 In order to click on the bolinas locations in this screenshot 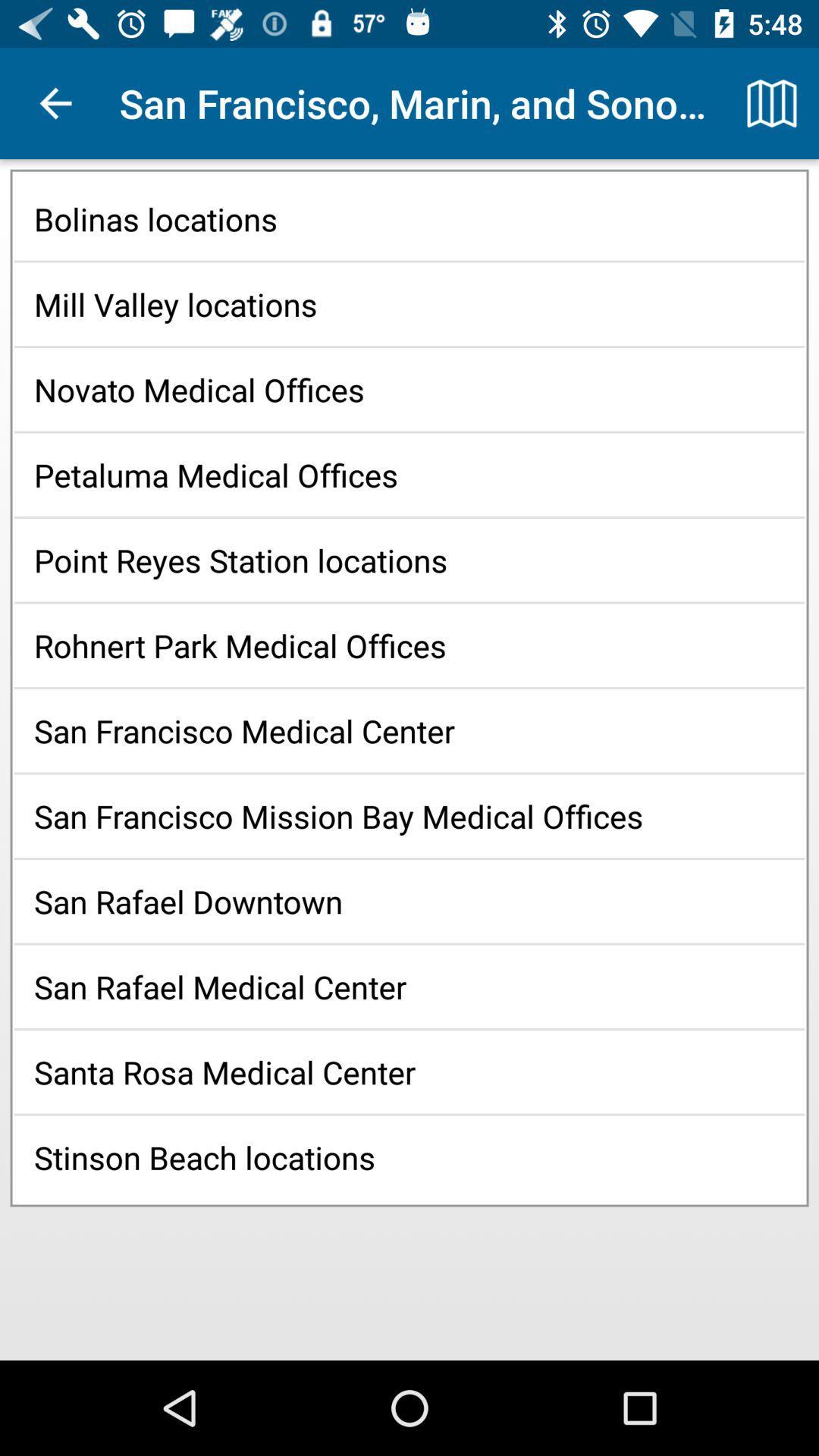, I will do `click(409, 218)`.